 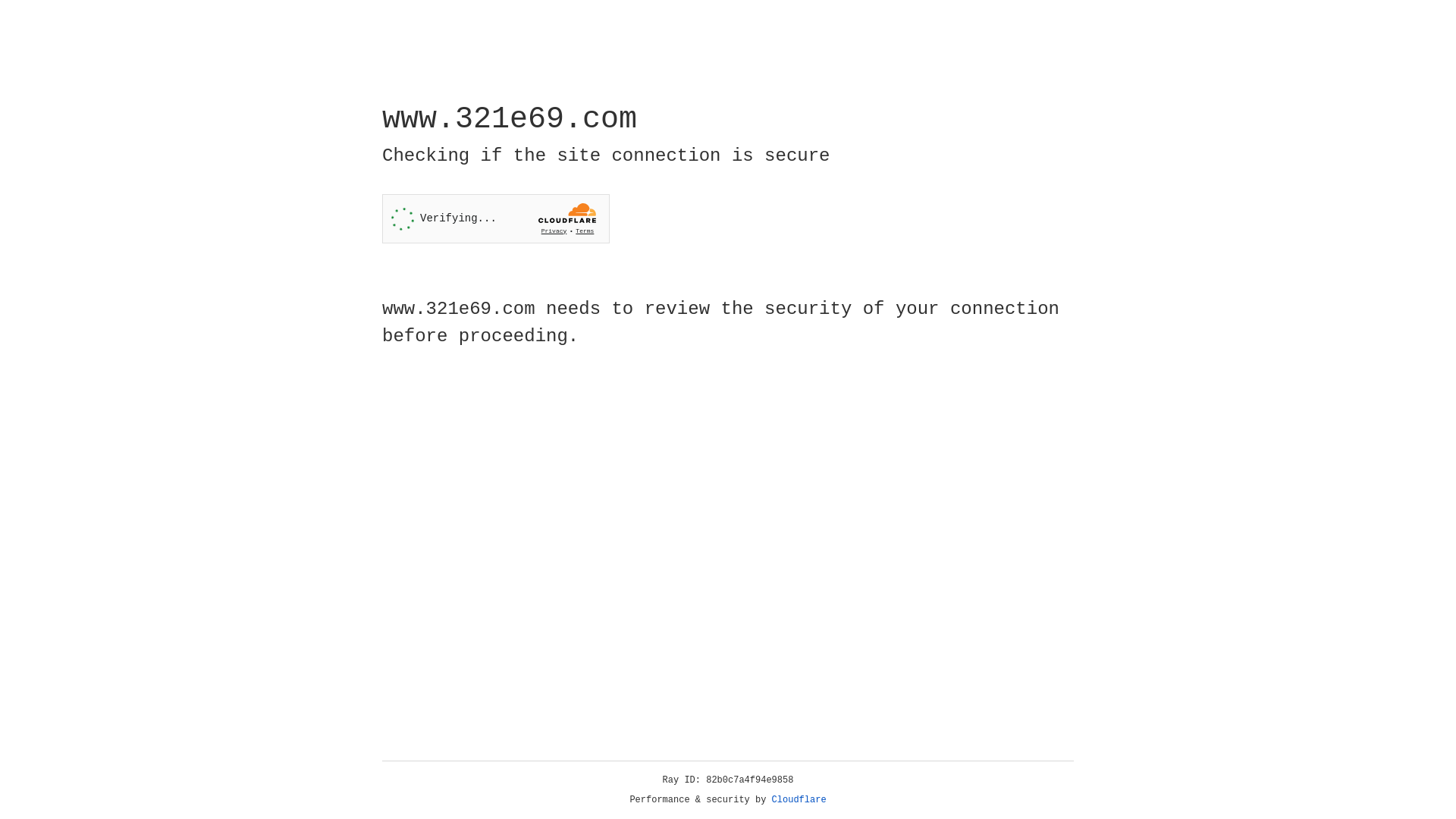 What do you see at coordinates (799, 799) in the screenshot?
I see `'Cloudflare'` at bounding box center [799, 799].